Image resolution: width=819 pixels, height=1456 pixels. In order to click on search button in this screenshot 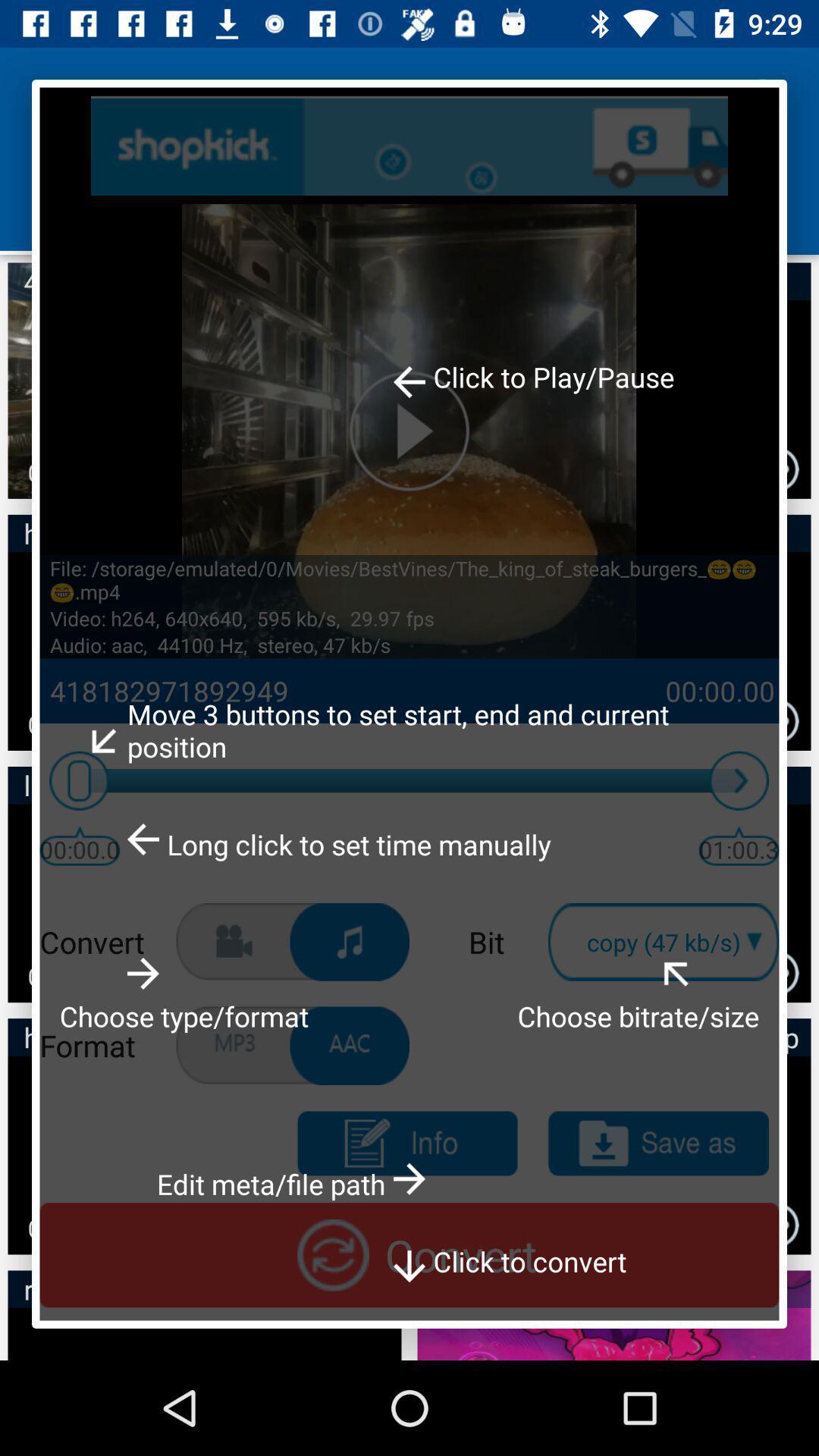, I will do `click(409, 146)`.